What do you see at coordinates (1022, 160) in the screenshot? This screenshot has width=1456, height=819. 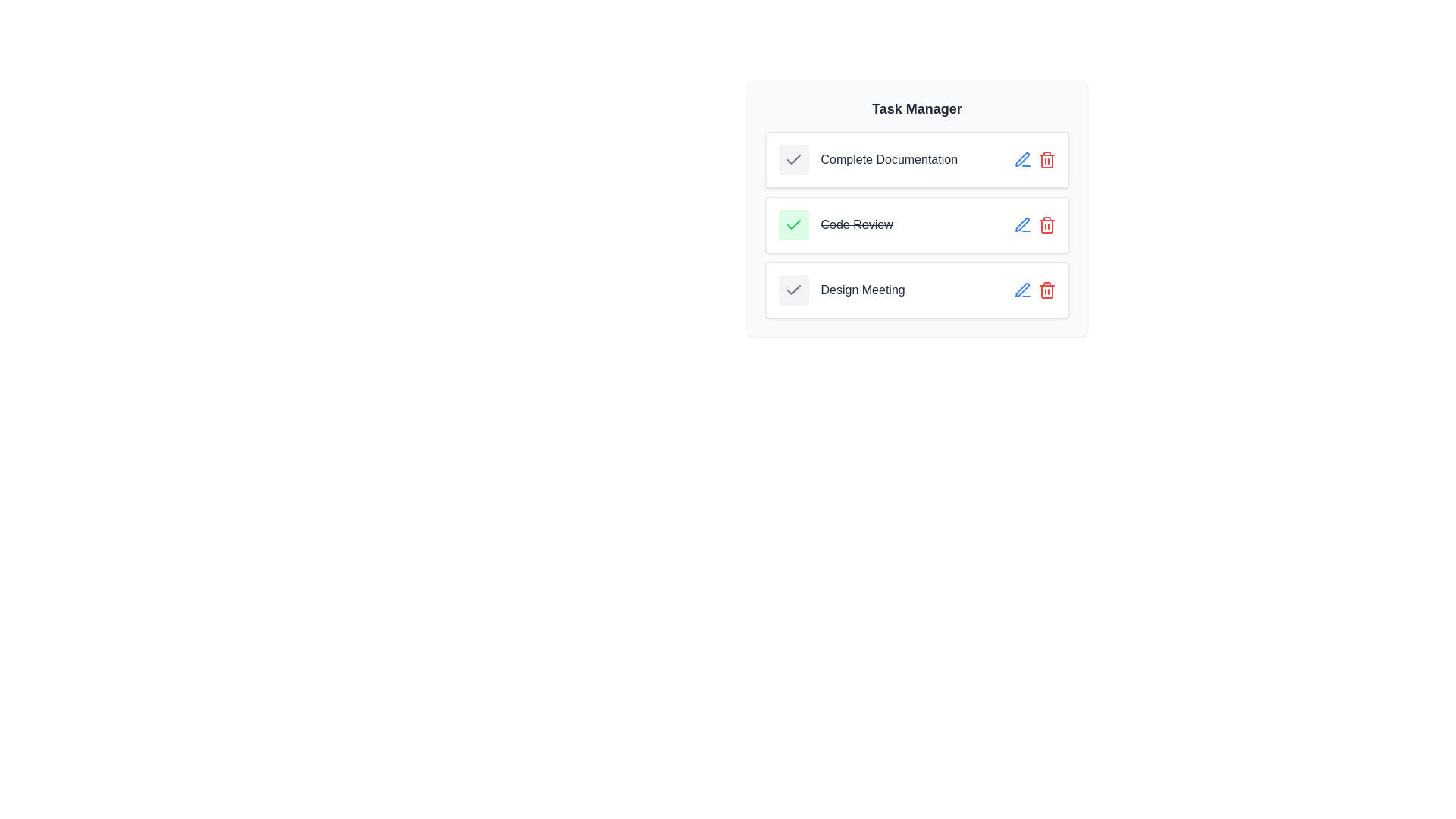 I see `the blue pen icon button to initiate edit mode, located to the right of the 'Code Review' line item in the 'Task Manager' card` at bounding box center [1022, 160].